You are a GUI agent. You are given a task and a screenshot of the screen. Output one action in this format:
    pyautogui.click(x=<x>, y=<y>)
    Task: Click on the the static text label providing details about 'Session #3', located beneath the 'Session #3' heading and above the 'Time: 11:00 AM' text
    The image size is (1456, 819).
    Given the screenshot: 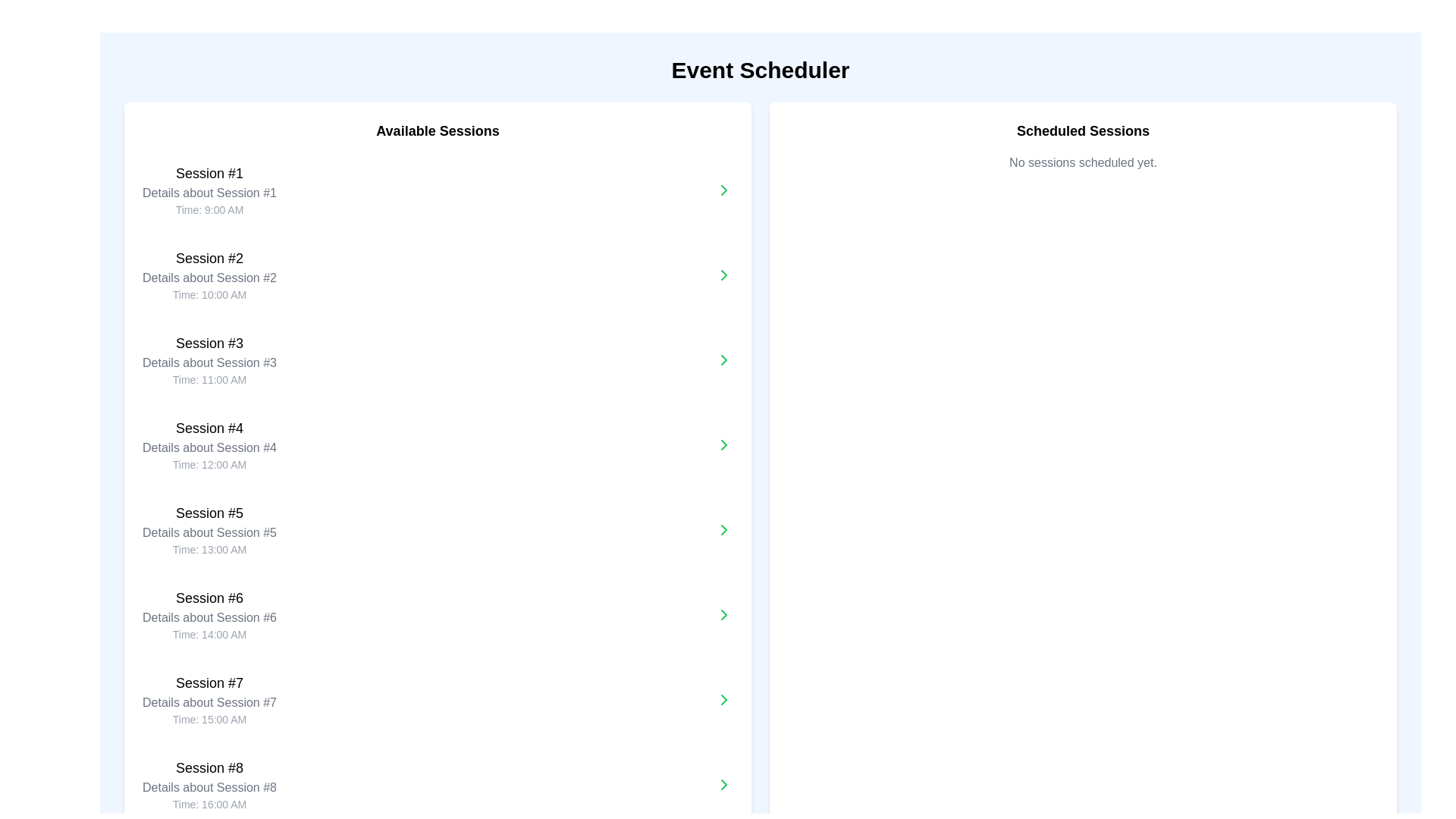 What is the action you would take?
    pyautogui.click(x=209, y=362)
    